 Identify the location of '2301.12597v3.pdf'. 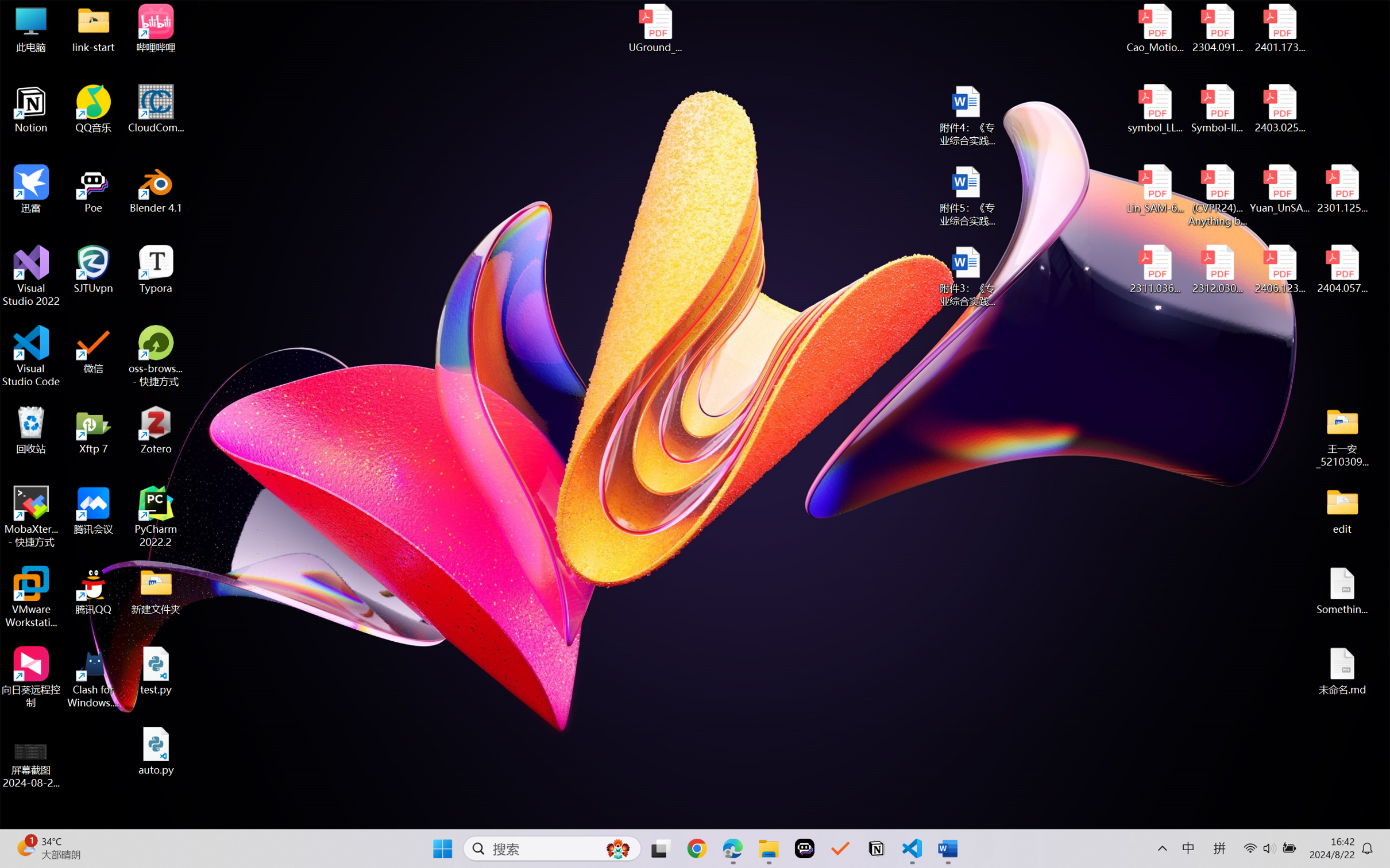
(1341, 188).